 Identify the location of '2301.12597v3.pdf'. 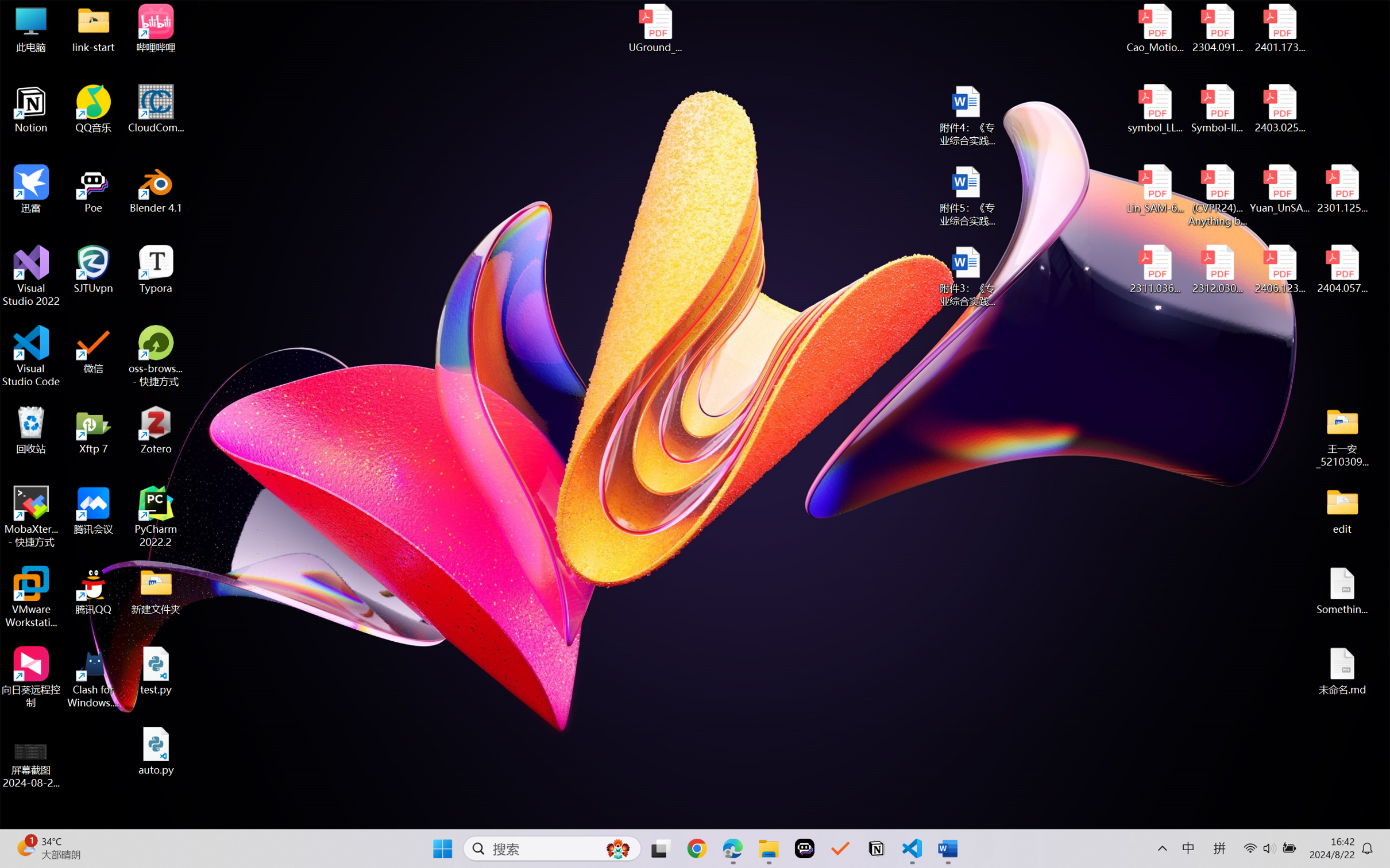
(1341, 188).